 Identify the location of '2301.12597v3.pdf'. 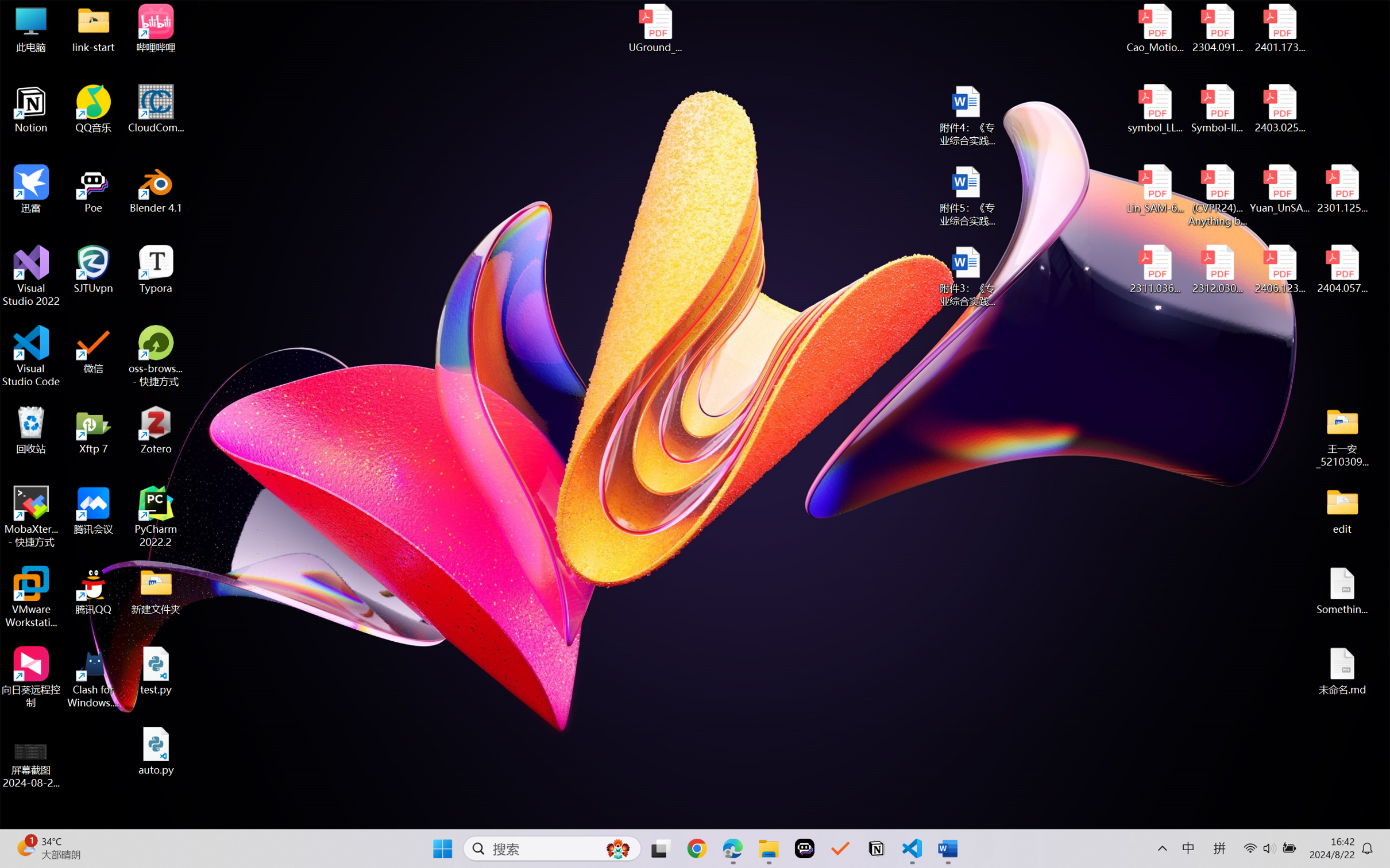
(1341, 188).